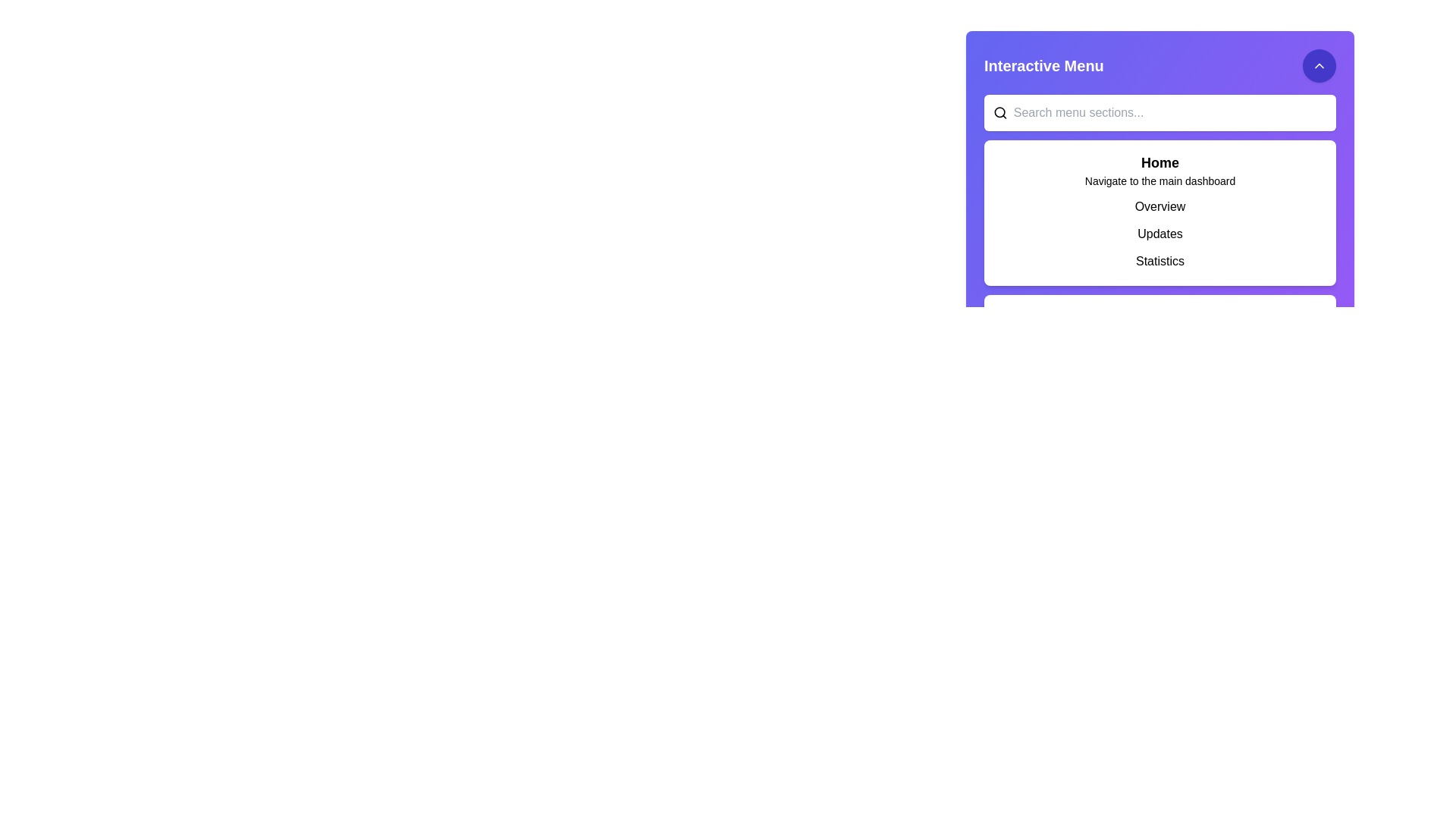 The width and height of the screenshot is (1456, 819). I want to click on the 'Home' card in the Interactive Menu, so click(1159, 160).